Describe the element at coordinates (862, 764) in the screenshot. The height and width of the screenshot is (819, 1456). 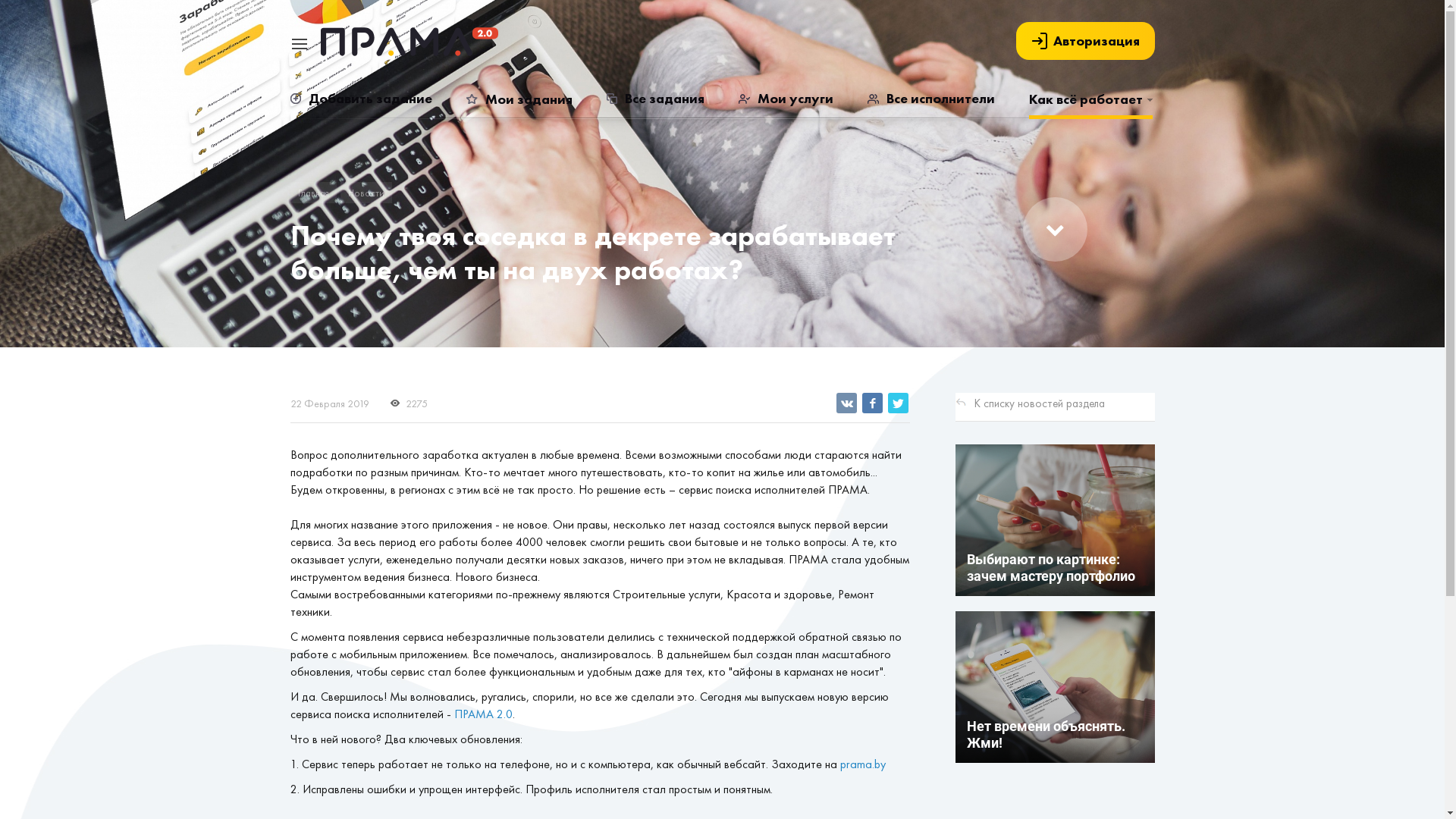
I see `'prama.by'` at that location.